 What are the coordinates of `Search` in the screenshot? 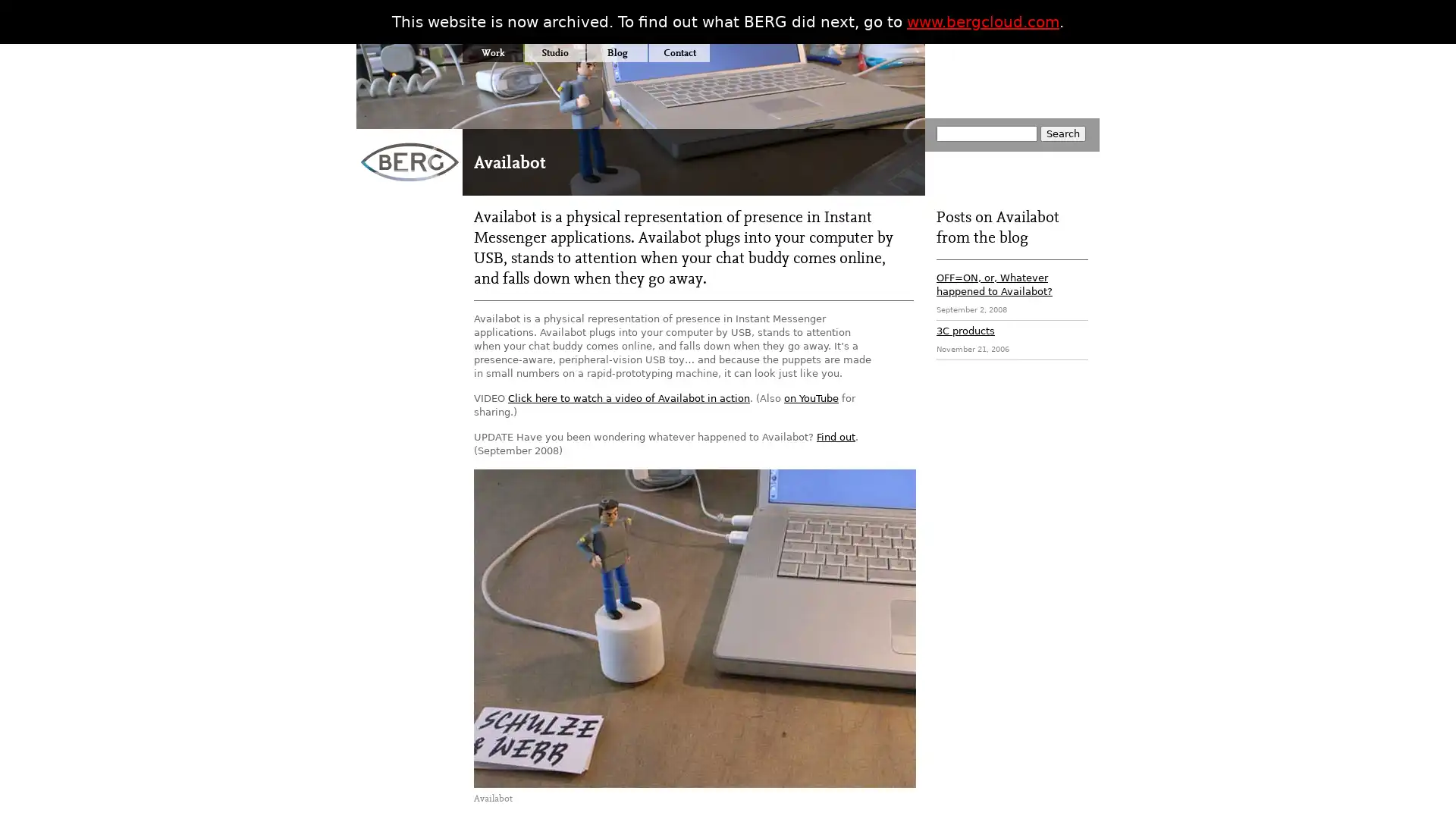 It's located at (1062, 133).